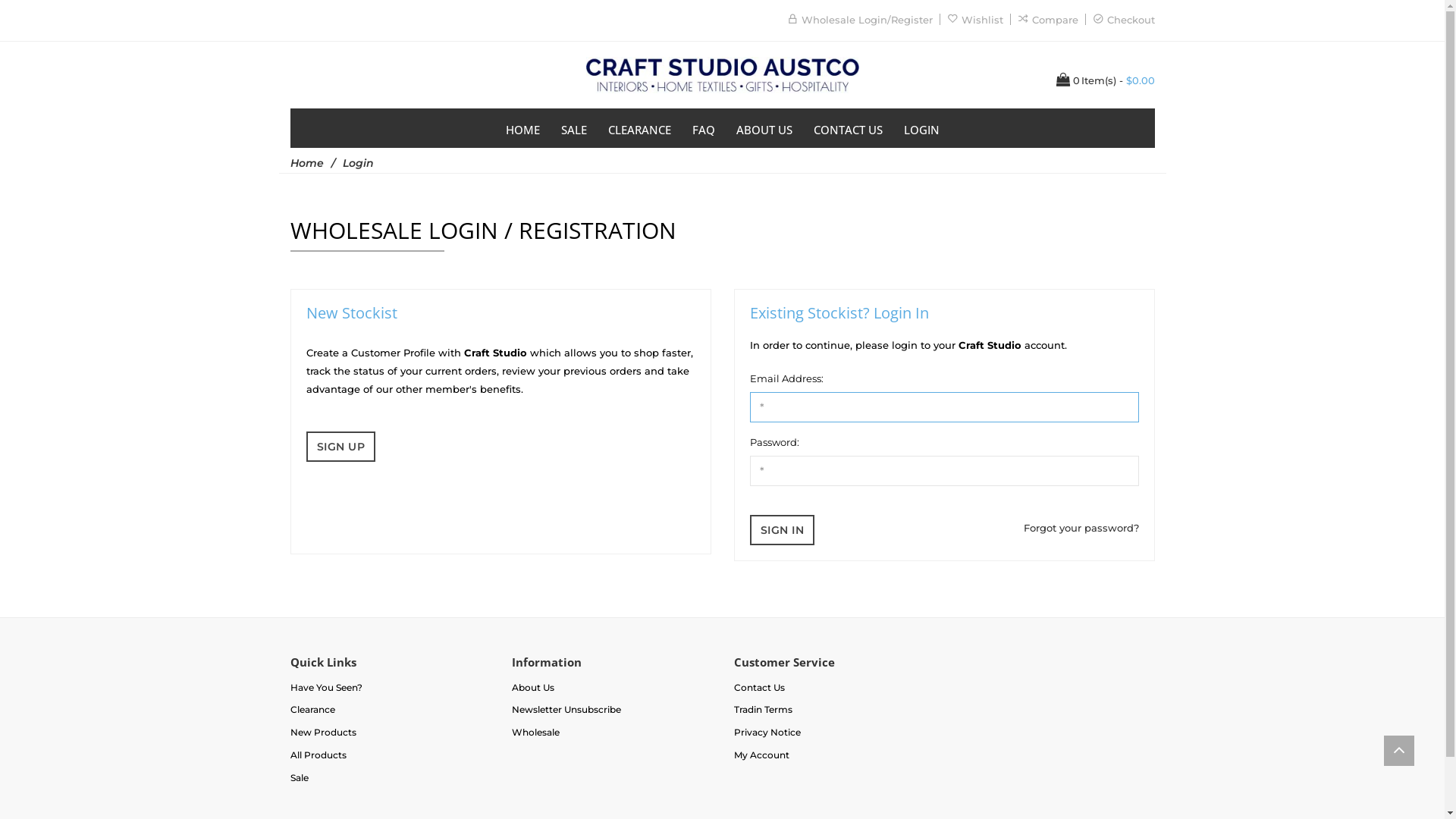  I want to click on 'LOGIN', so click(921, 127).